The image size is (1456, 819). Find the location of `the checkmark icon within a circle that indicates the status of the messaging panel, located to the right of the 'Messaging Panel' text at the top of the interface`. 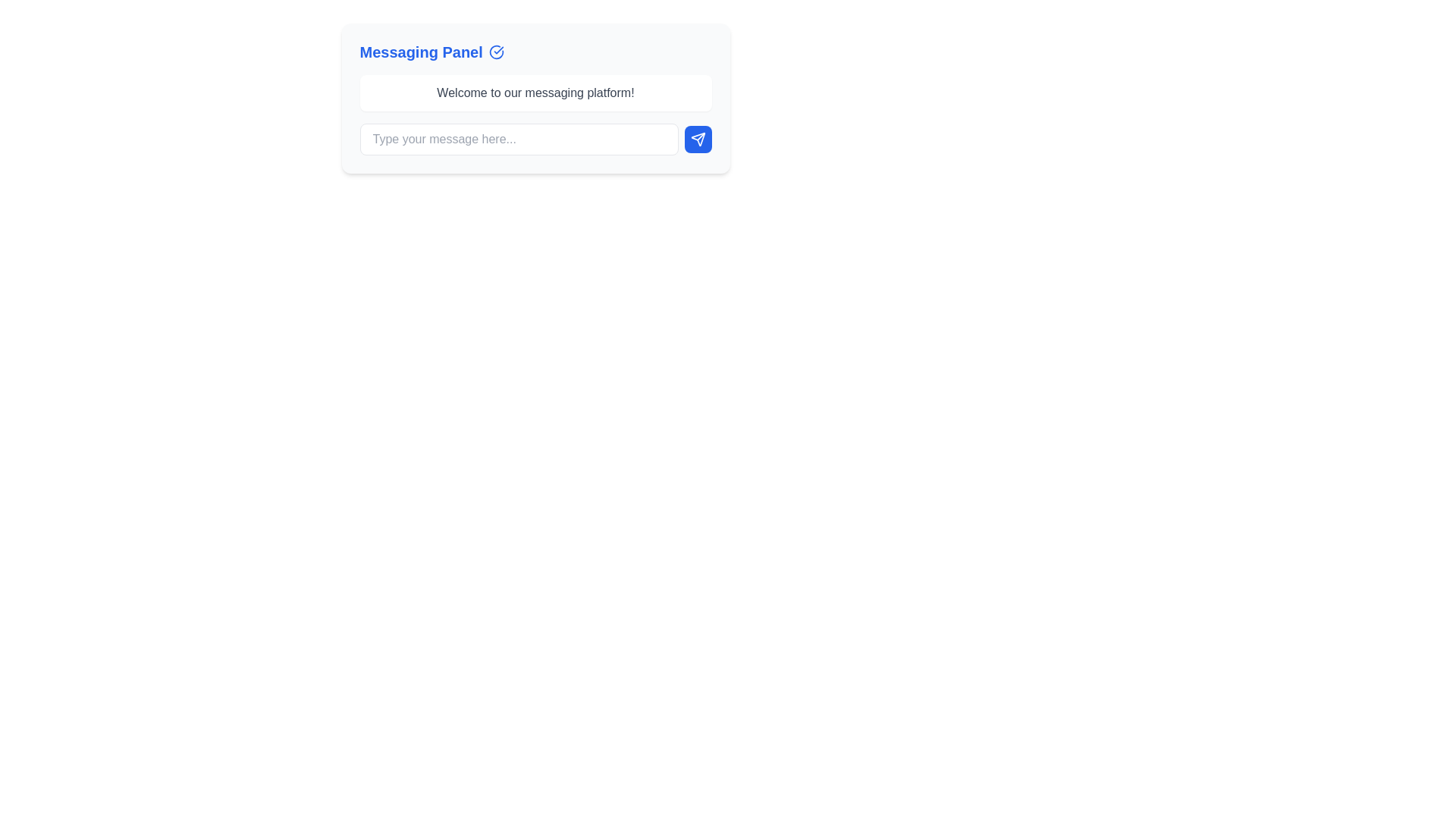

the checkmark icon within a circle that indicates the status of the messaging panel, located to the right of the 'Messaging Panel' text at the top of the interface is located at coordinates (496, 52).